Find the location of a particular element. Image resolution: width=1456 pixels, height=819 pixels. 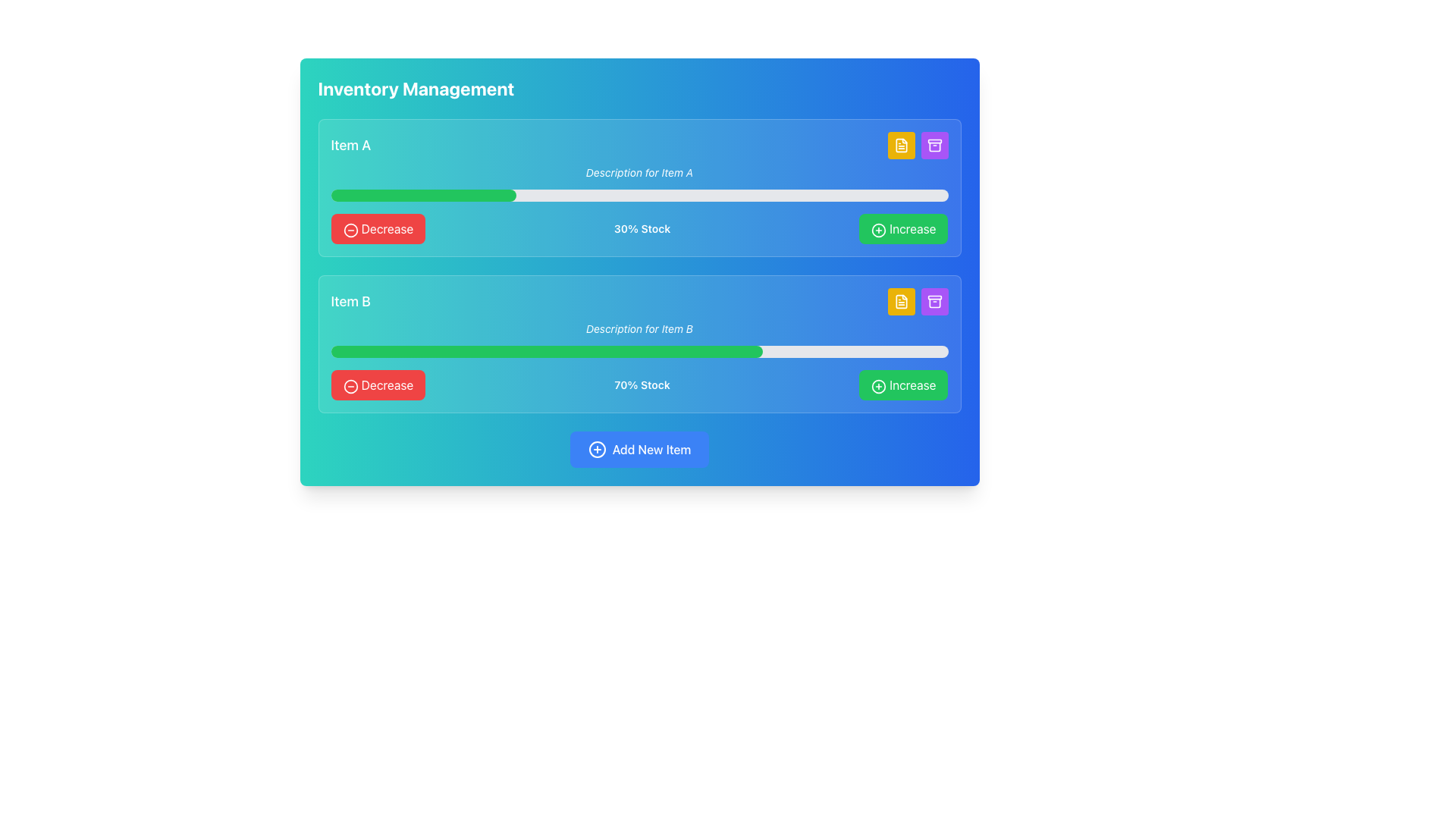

the small square button with rounded corners and a yellow background that features an icon resembling a text file, located to the far right within the control panel for 'Item A' is located at coordinates (901, 146).